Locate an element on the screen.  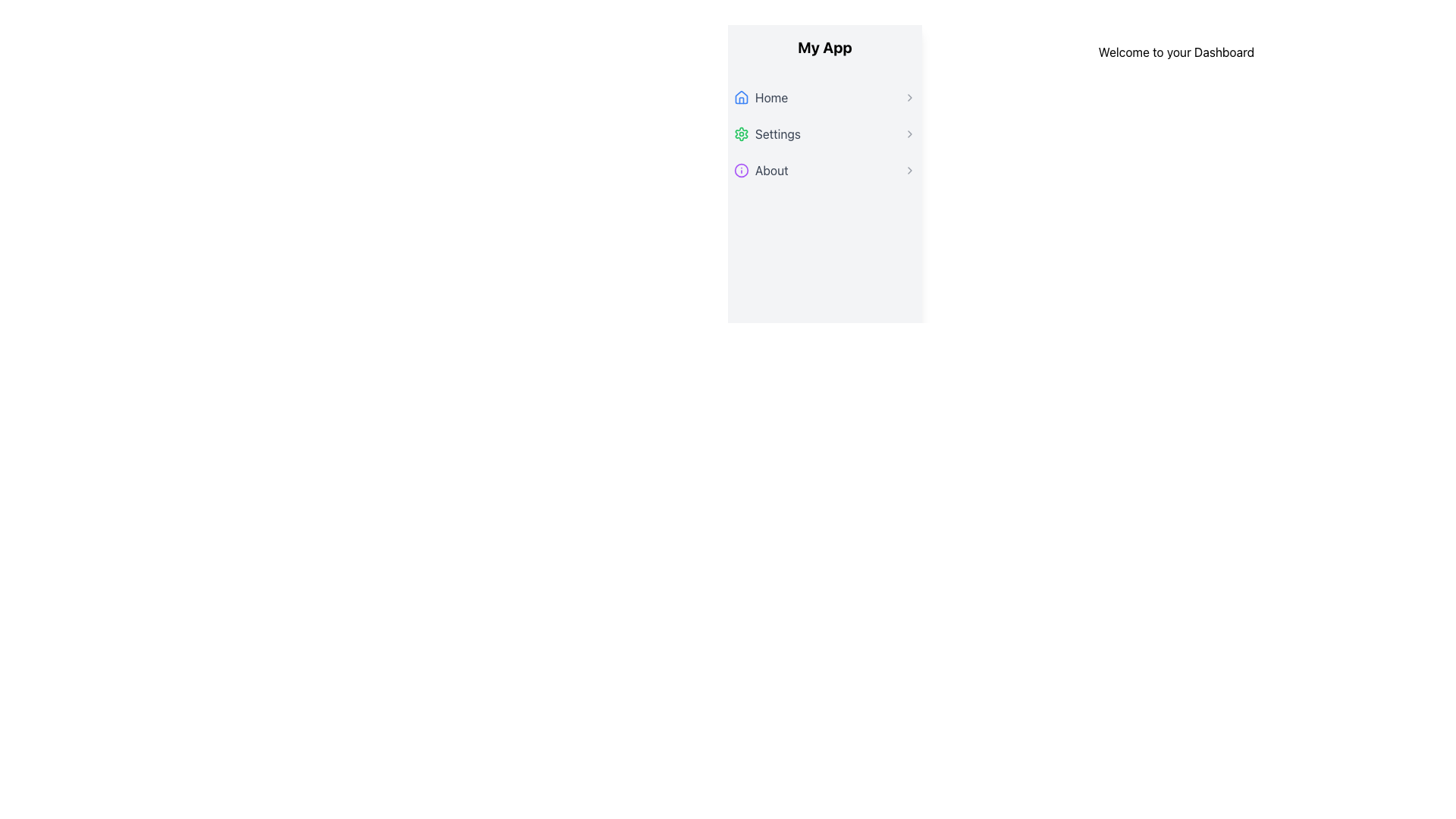
the 'Settings' text label in the menu is located at coordinates (777, 133).